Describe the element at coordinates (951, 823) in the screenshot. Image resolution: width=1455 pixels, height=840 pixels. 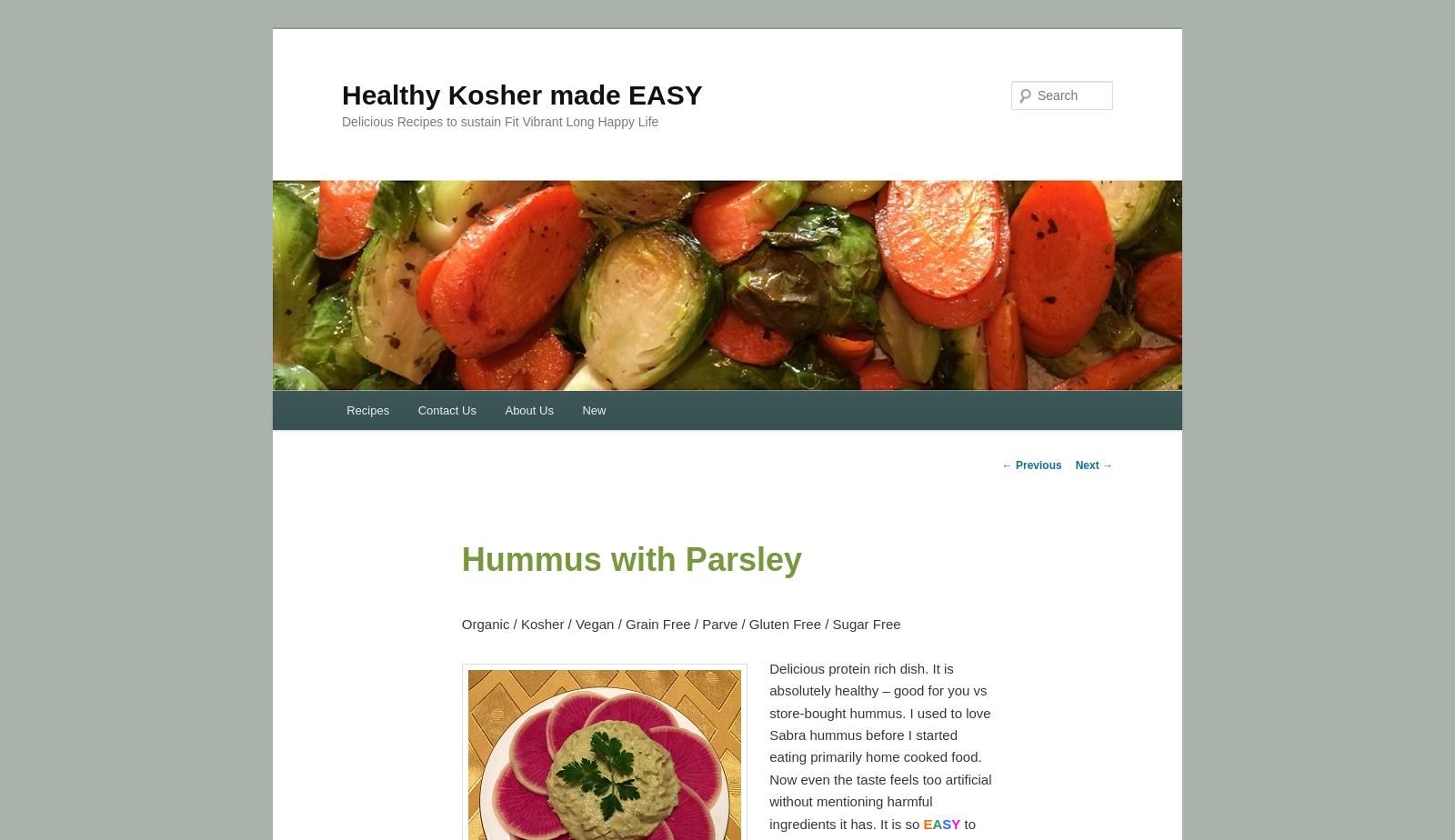
I see `'Y'` at that location.